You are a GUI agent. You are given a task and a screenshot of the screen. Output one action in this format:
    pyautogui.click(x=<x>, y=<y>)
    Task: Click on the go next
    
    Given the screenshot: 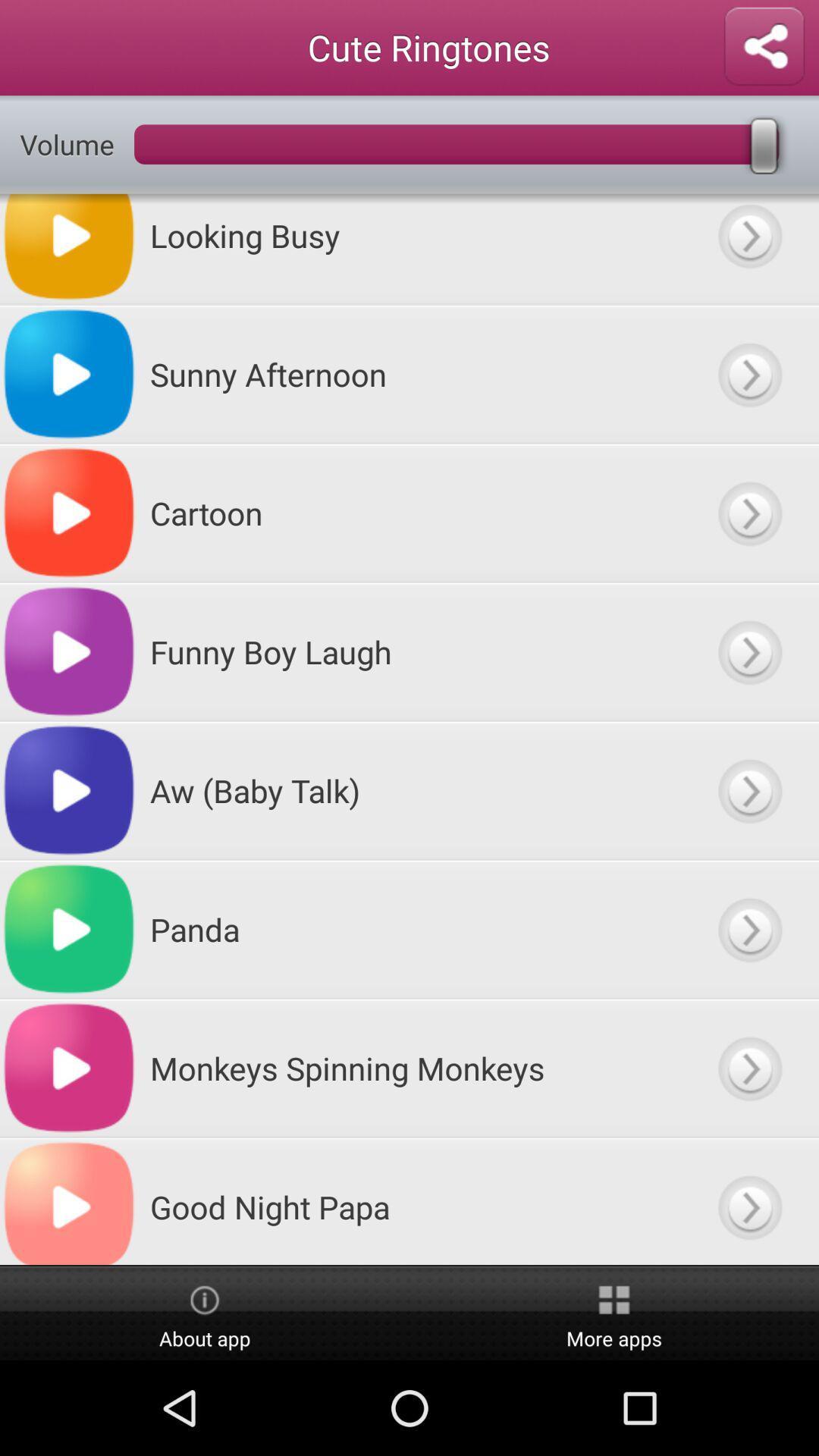 What is the action you would take?
    pyautogui.click(x=748, y=374)
    